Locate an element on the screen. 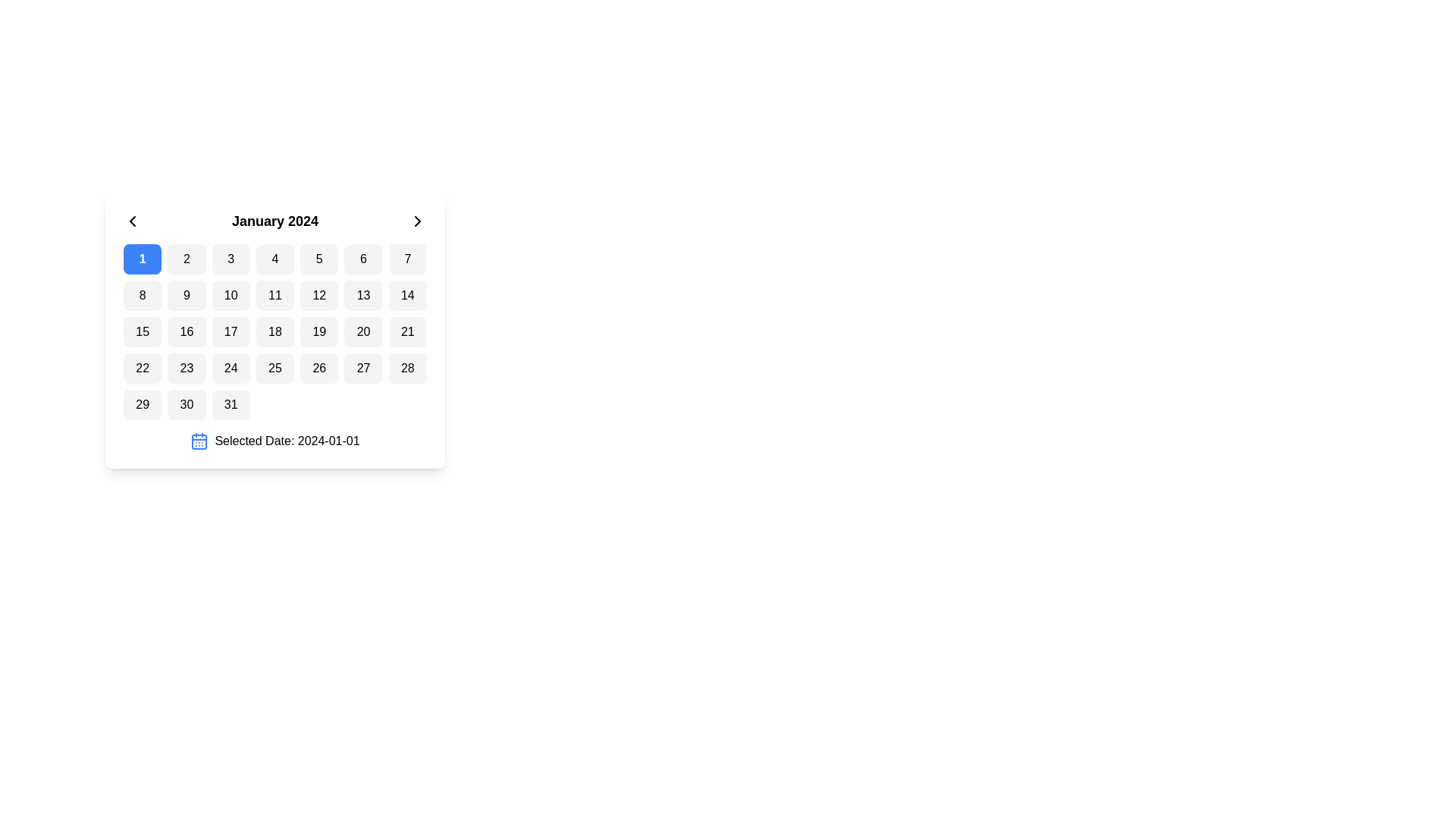 This screenshot has height=819, width=1456. the clickable date item cell in the calendar grid that displays the date '31', which is located in the last cell of the last row is located at coordinates (230, 403).